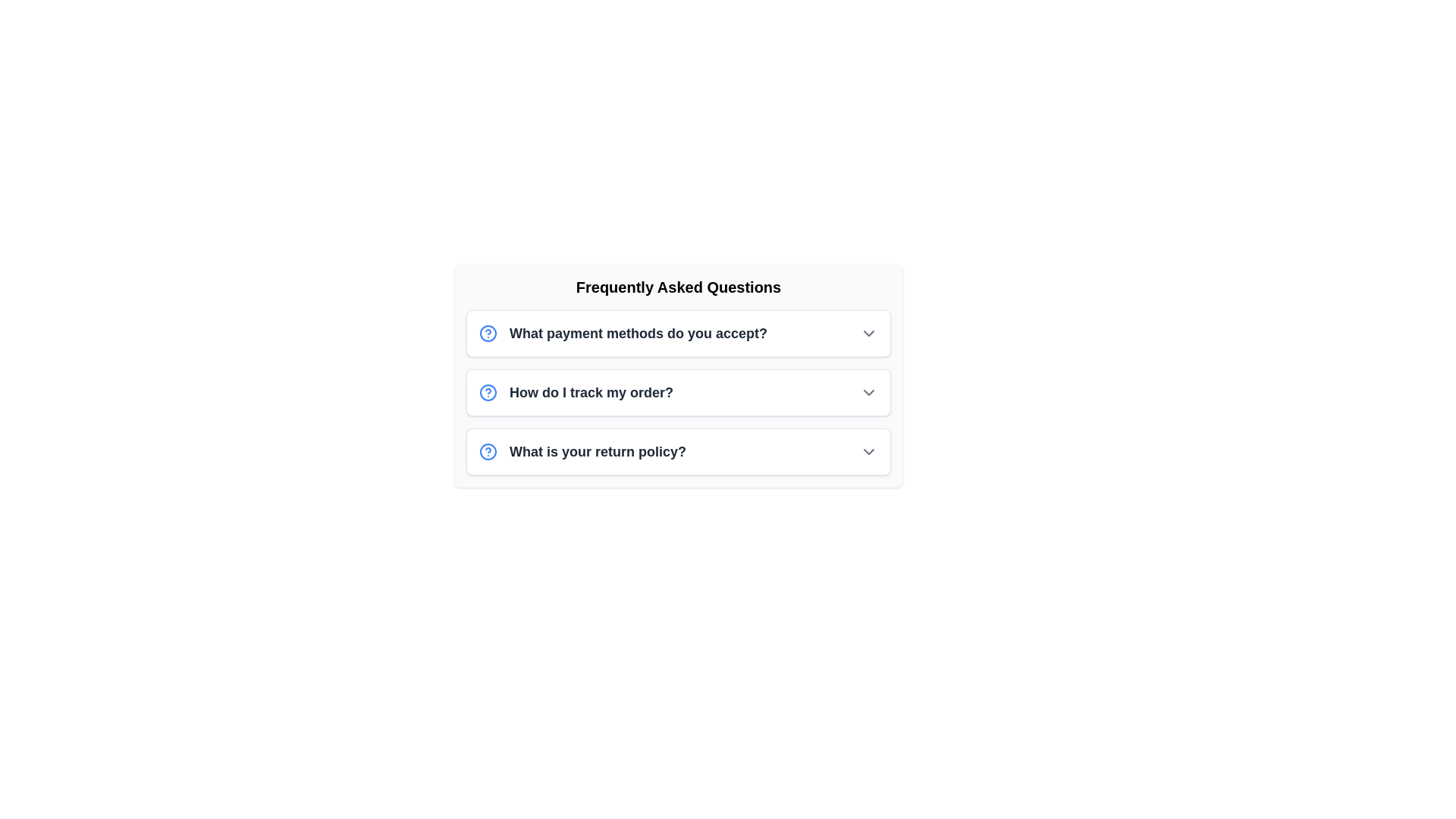  What do you see at coordinates (575, 391) in the screenshot?
I see `the second expandable question item in the 'Frequently Asked Questions' section that asks 'How do I track my order?'` at bounding box center [575, 391].